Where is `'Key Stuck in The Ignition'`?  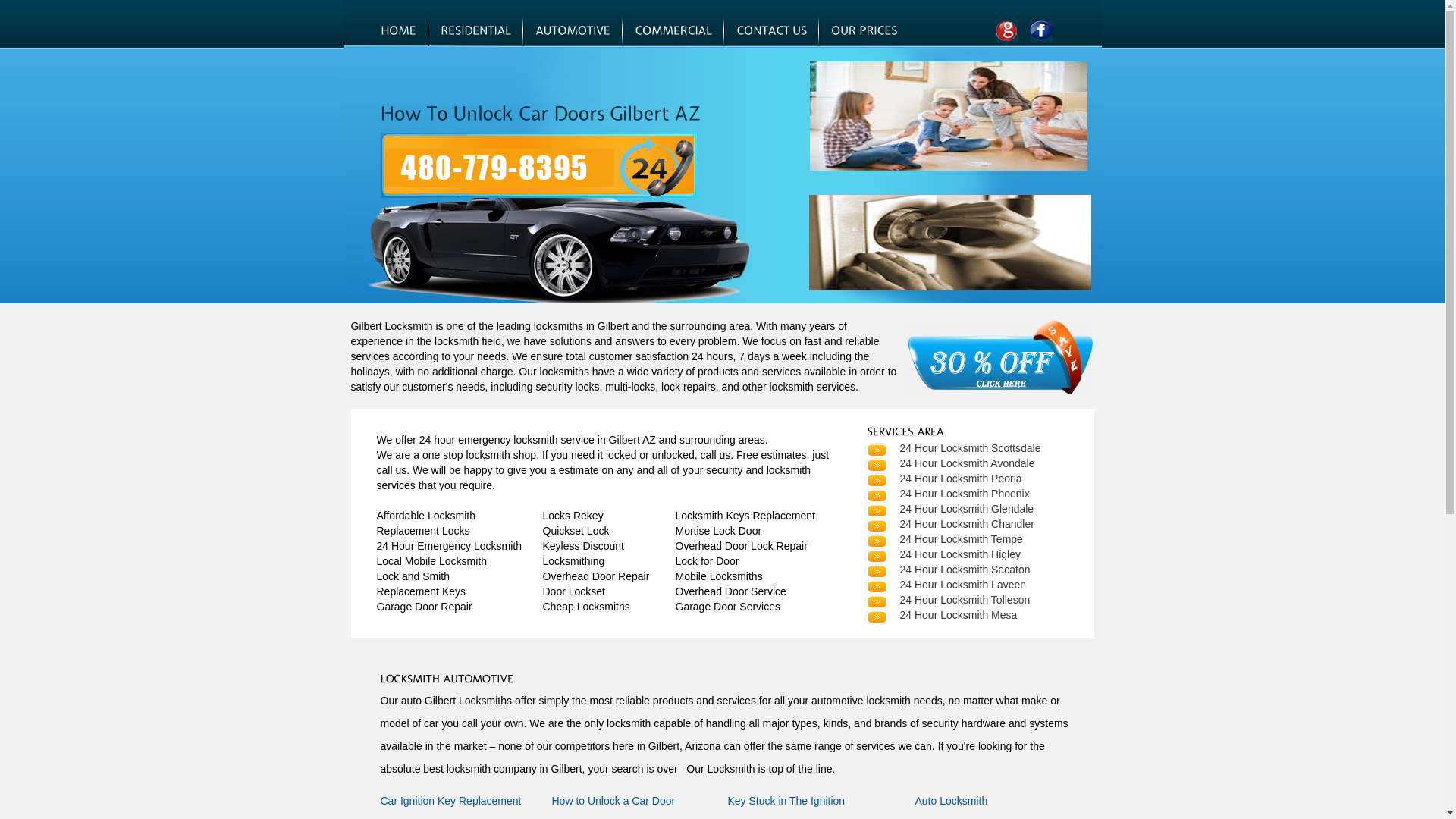 'Key Stuck in The Ignition' is located at coordinates (786, 800).